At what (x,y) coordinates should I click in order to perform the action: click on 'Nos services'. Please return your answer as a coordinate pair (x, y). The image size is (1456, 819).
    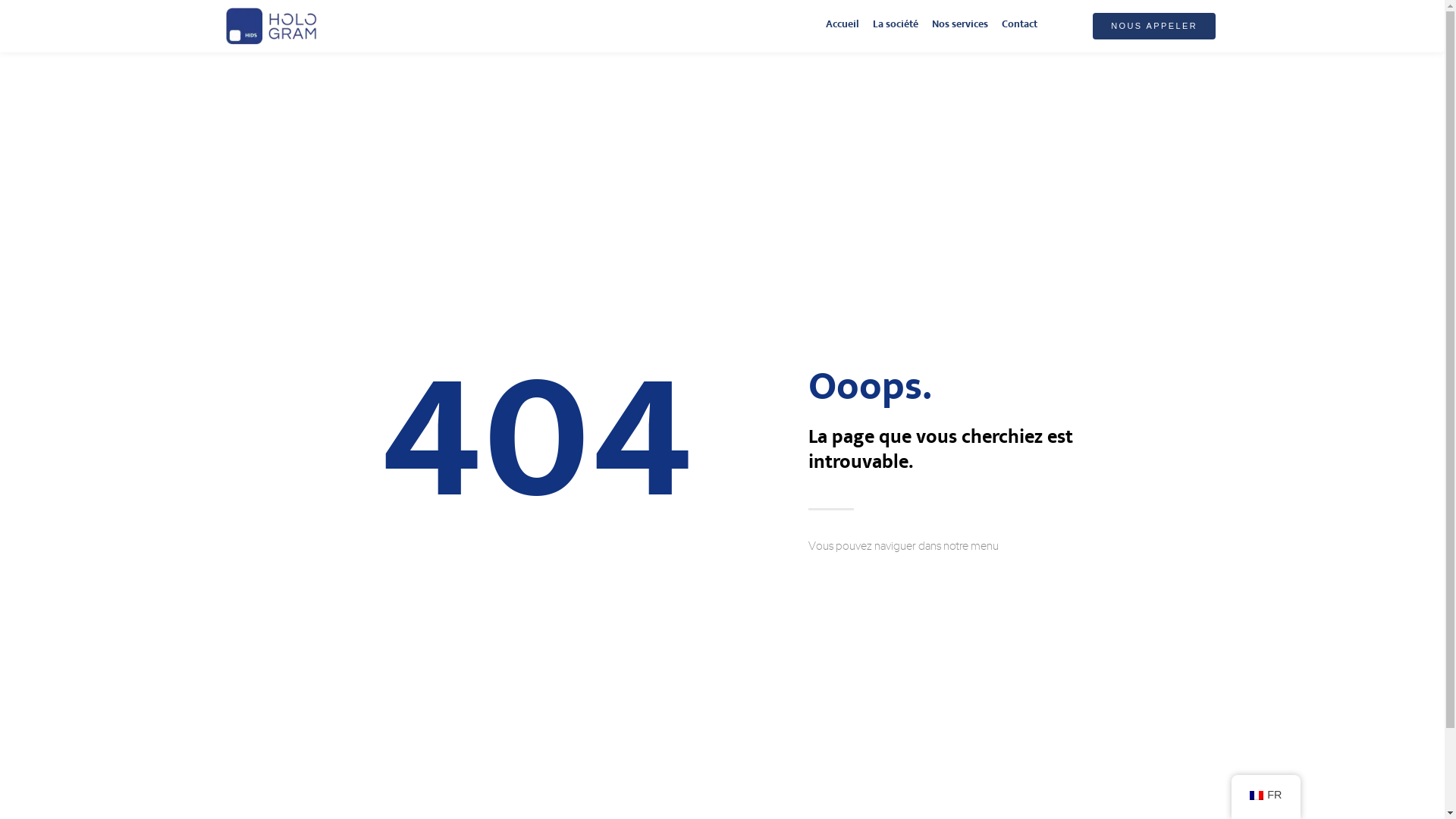
    Looking at the image, I should click on (959, 26).